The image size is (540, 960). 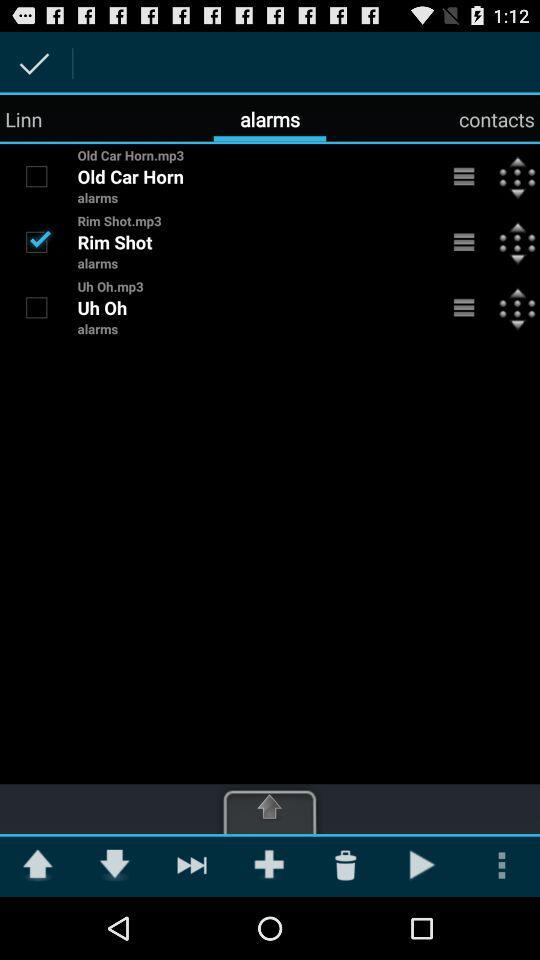 What do you see at coordinates (36, 240) in the screenshot?
I see `option` at bounding box center [36, 240].